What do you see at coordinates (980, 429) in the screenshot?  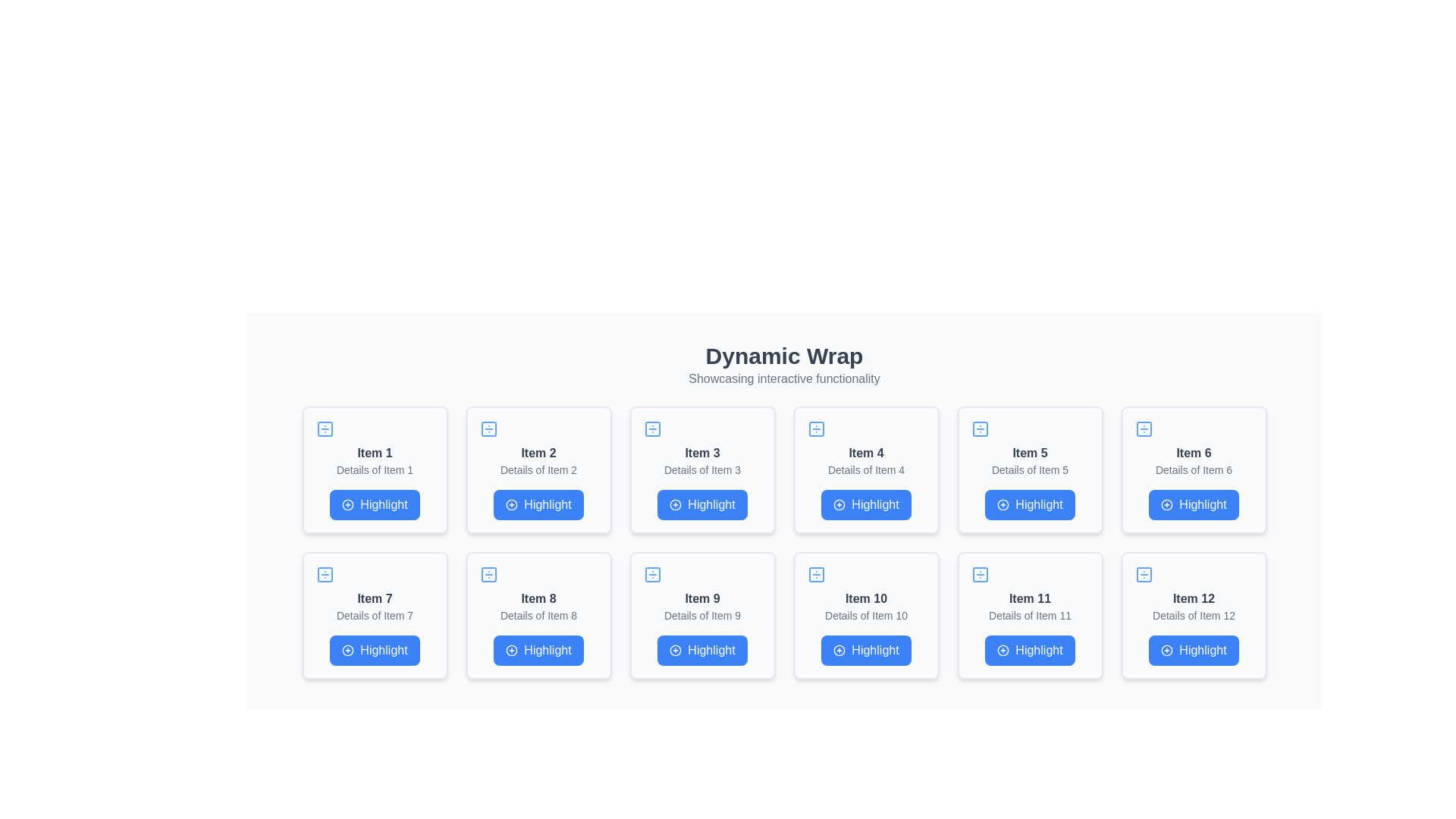 I see `the small light-blue square with rounded corners located at the top-left area of the 'Item 5' card, under the title 'Item 5' and above the 'Highlight' button` at bounding box center [980, 429].